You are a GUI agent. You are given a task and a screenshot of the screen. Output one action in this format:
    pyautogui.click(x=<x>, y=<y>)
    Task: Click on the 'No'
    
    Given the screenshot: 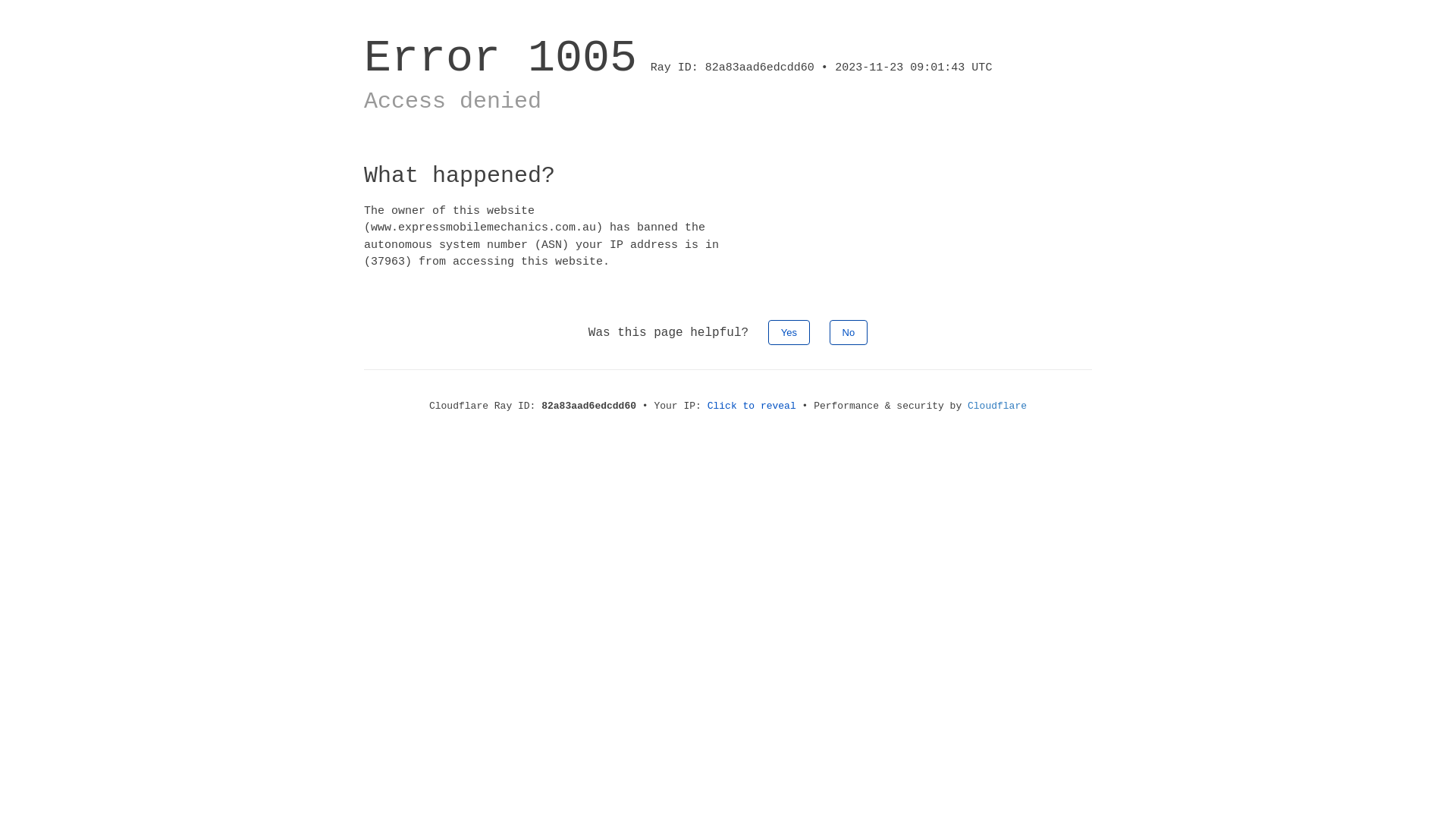 What is the action you would take?
    pyautogui.click(x=829, y=331)
    